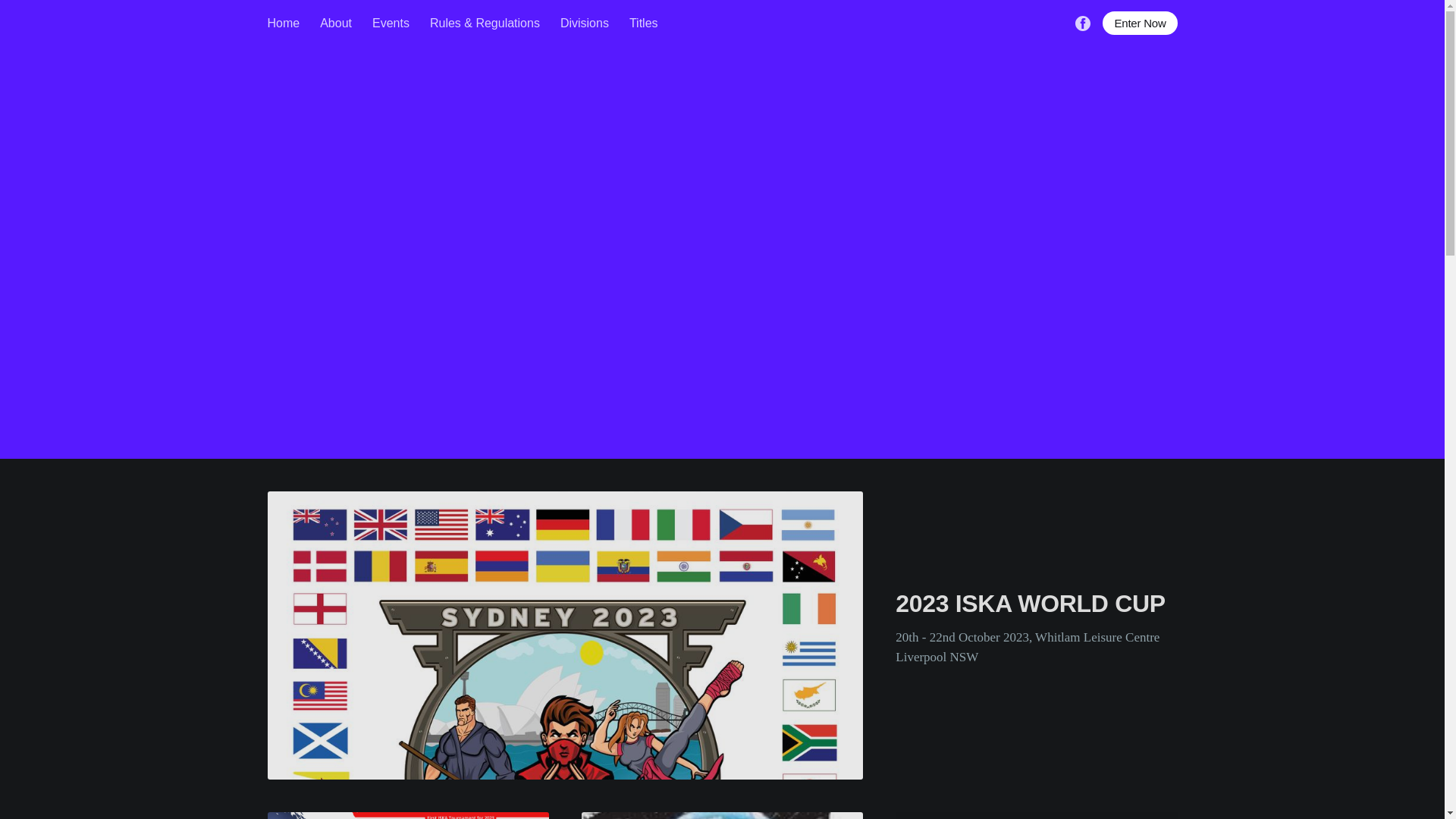  What do you see at coordinates (266, 23) in the screenshot?
I see `'Home'` at bounding box center [266, 23].